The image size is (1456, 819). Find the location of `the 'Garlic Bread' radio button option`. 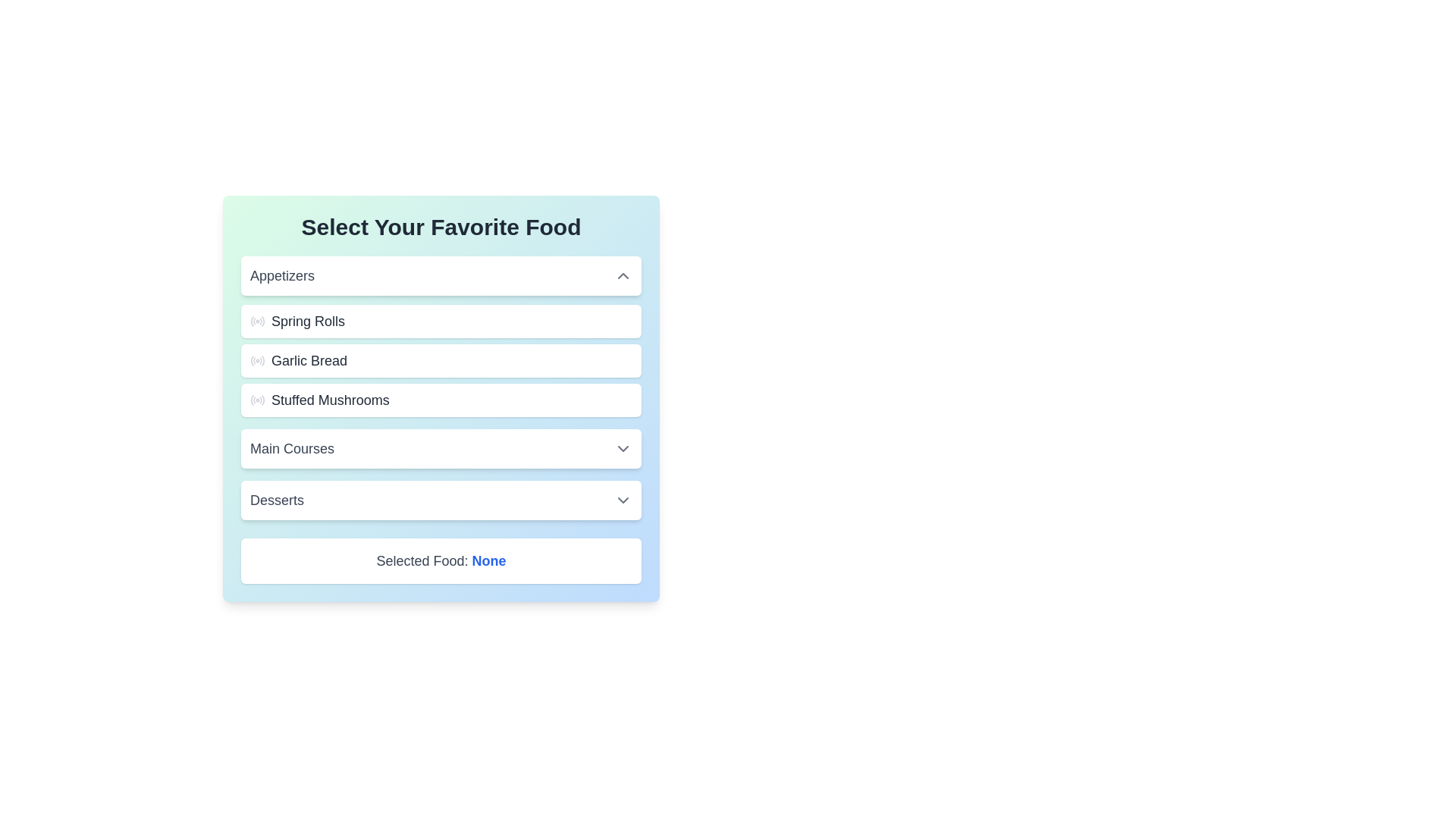

the 'Garlic Bread' radio button option is located at coordinates (440, 360).